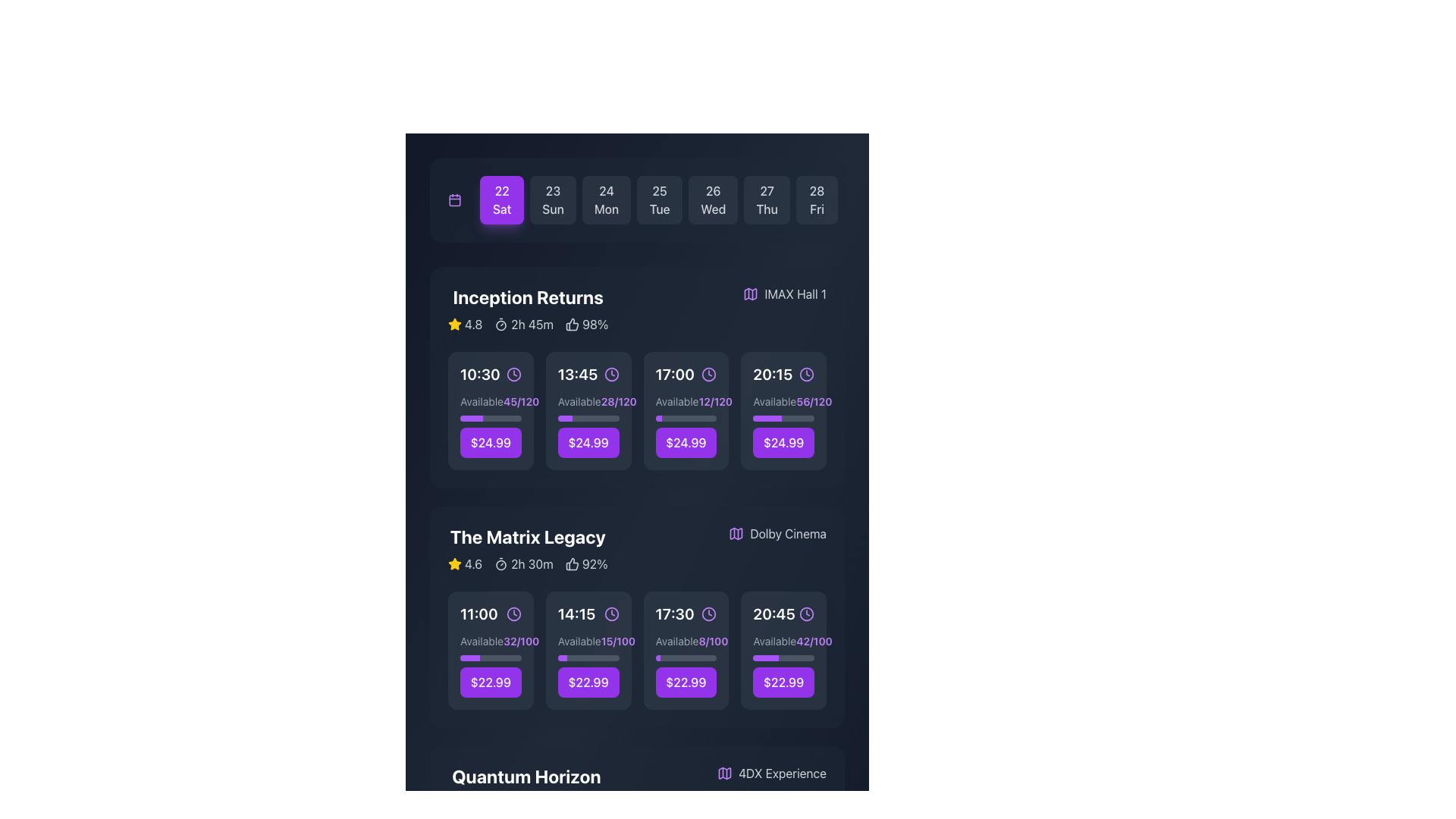  Describe the element at coordinates (637, 649) in the screenshot. I see `the grid of cards element located below 'The Matrix Legacy'` at that location.